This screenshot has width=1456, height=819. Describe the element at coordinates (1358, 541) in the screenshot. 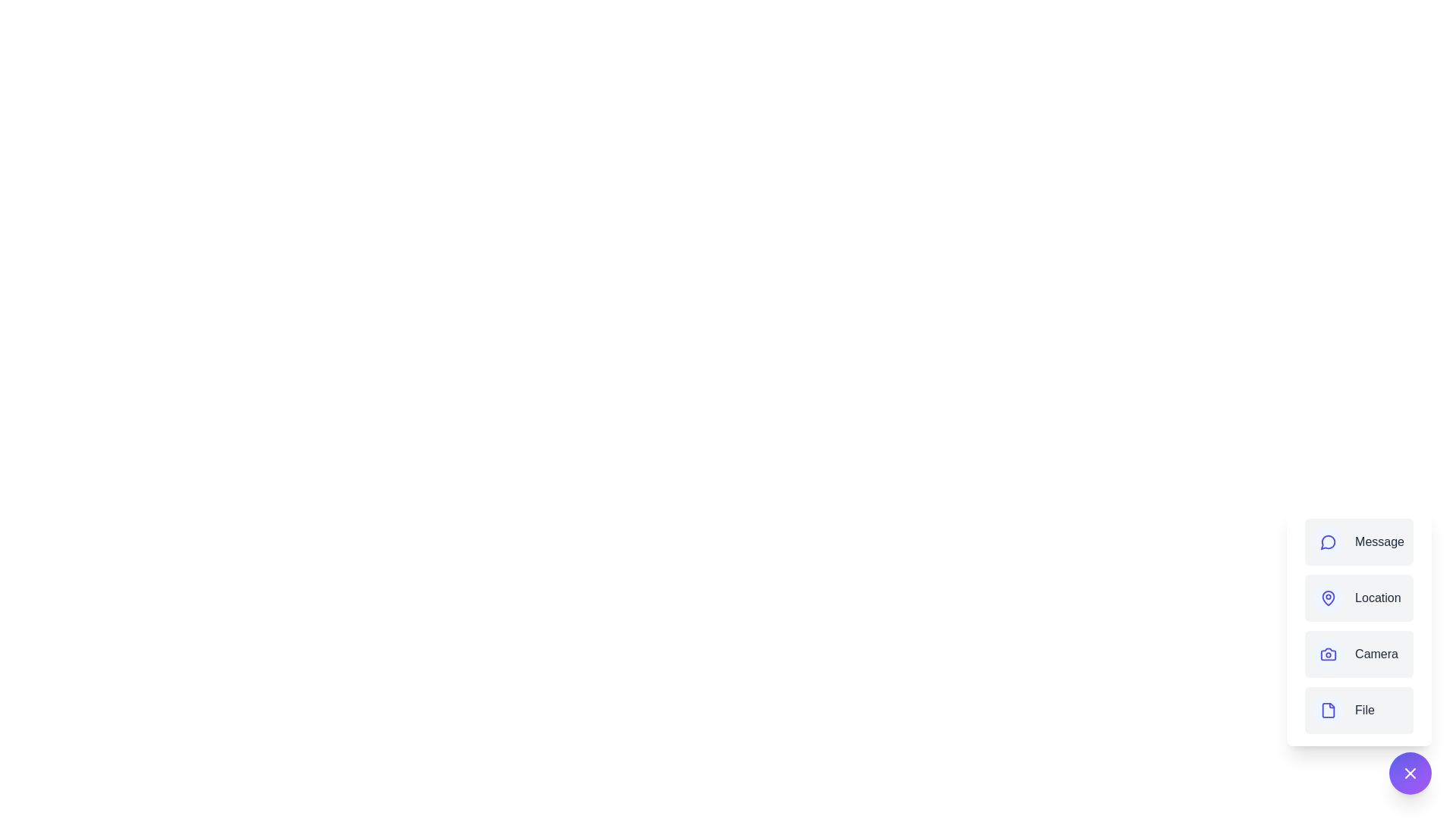

I see `the Message option from the menu` at that location.